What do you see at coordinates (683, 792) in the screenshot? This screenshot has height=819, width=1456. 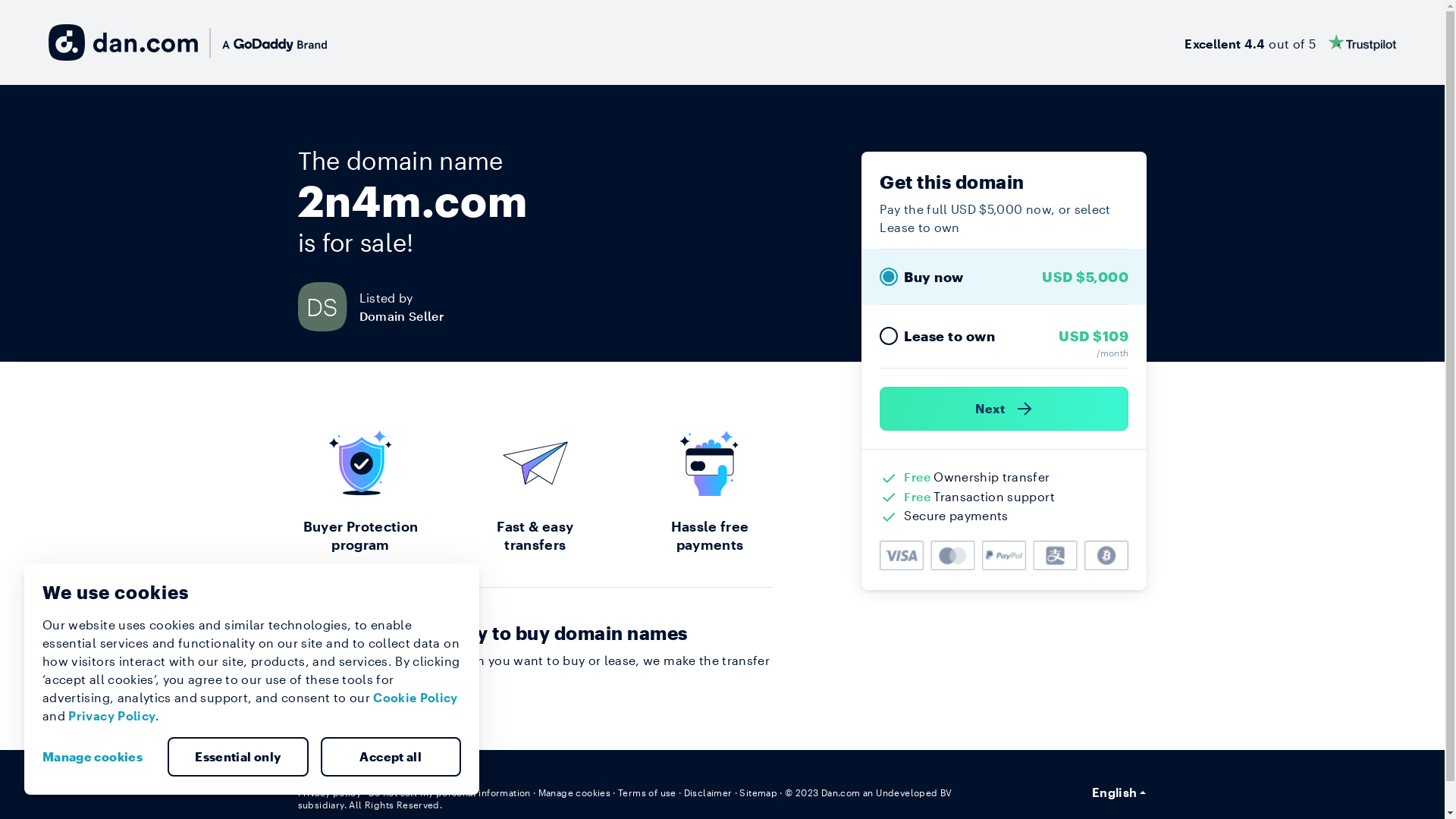 I see `'Disclaimer'` at bounding box center [683, 792].